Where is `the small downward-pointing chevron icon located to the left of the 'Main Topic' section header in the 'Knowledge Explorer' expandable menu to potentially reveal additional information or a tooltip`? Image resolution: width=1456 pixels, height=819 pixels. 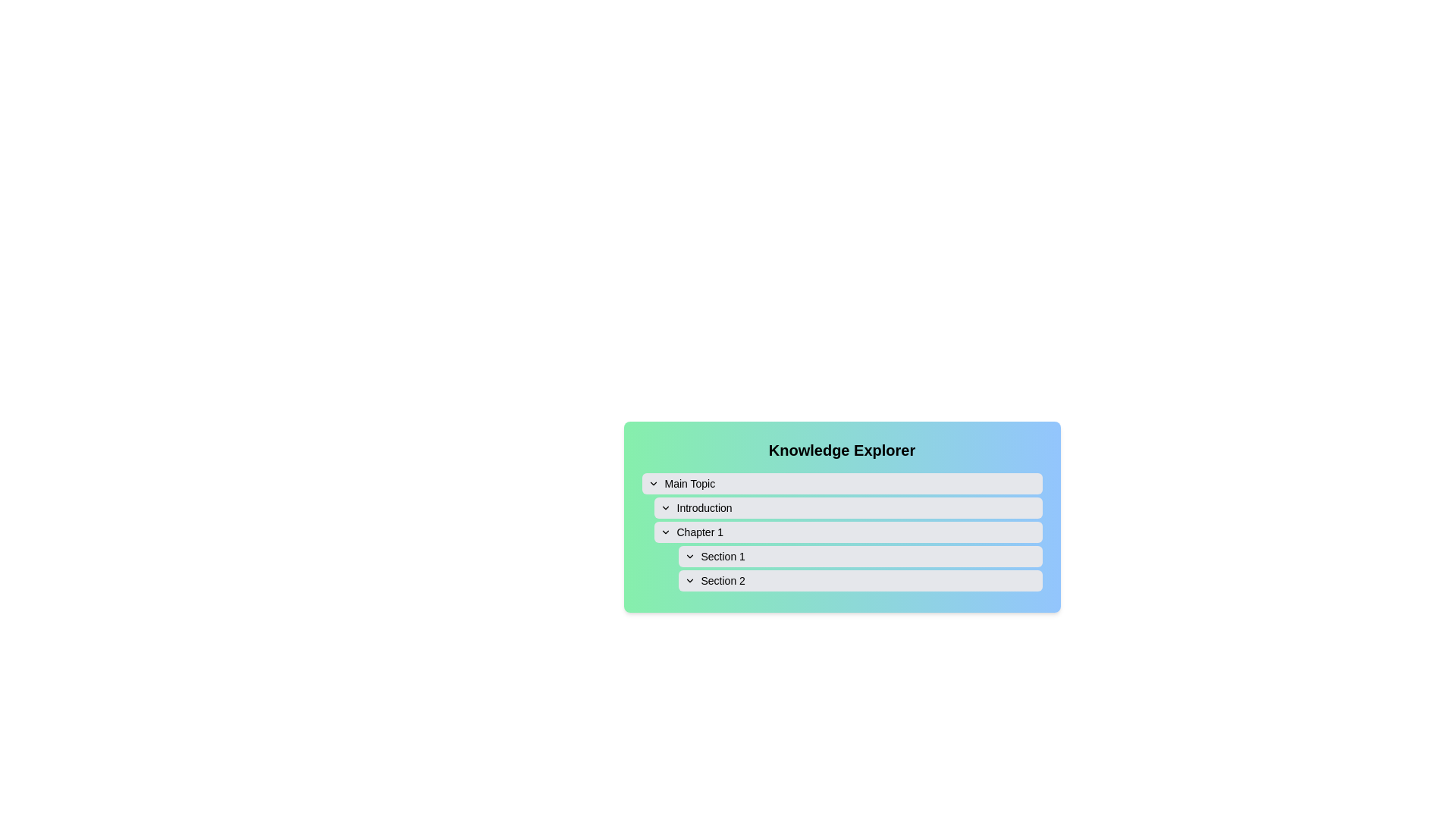 the small downward-pointing chevron icon located to the left of the 'Main Topic' section header in the 'Knowledge Explorer' expandable menu to potentially reveal additional information or a tooltip is located at coordinates (653, 483).